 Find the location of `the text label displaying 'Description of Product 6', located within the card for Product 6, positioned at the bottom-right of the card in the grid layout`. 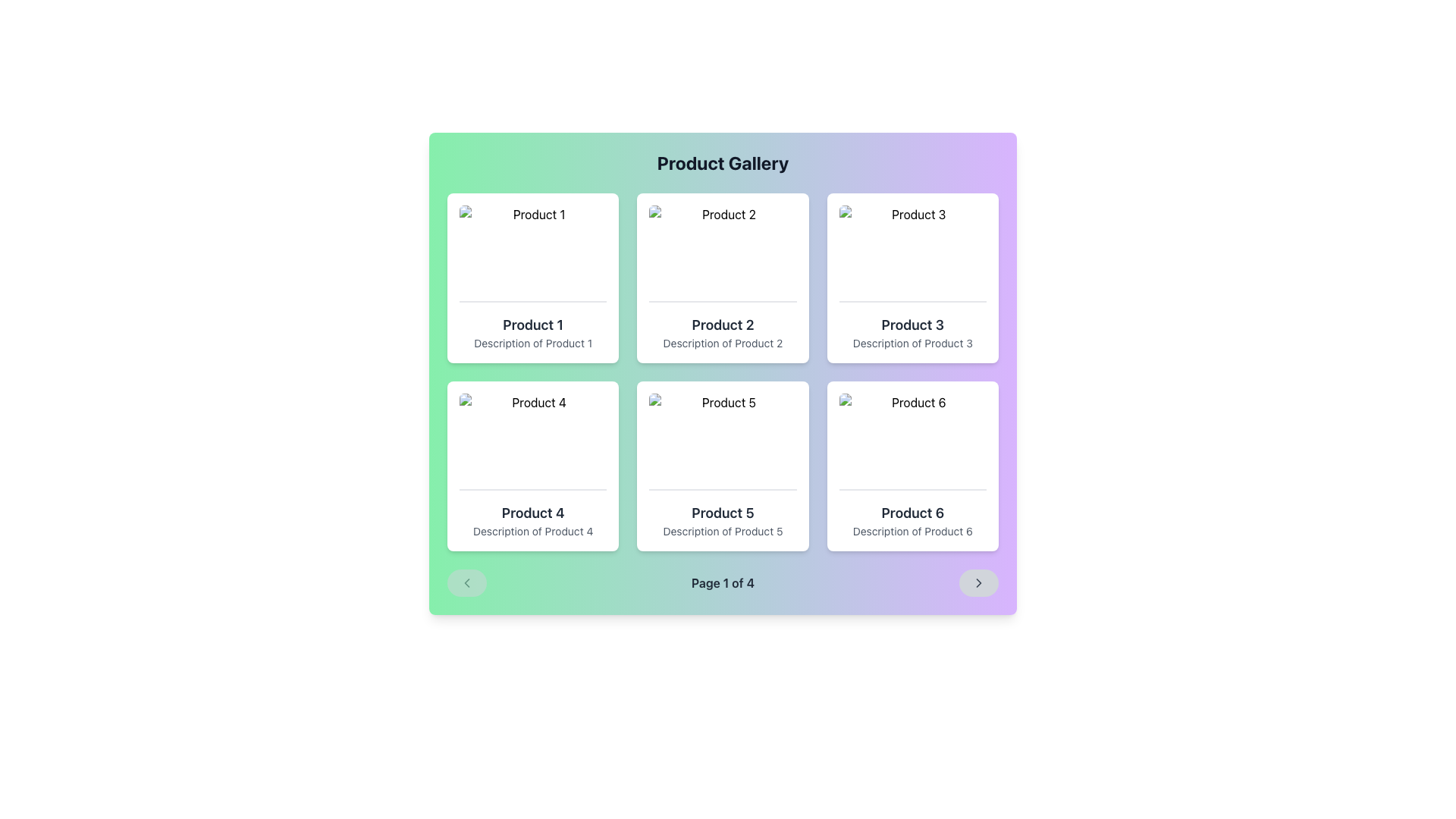

the text label displaying 'Description of Product 6', located within the card for Product 6, positioned at the bottom-right of the card in the grid layout is located at coordinates (912, 531).